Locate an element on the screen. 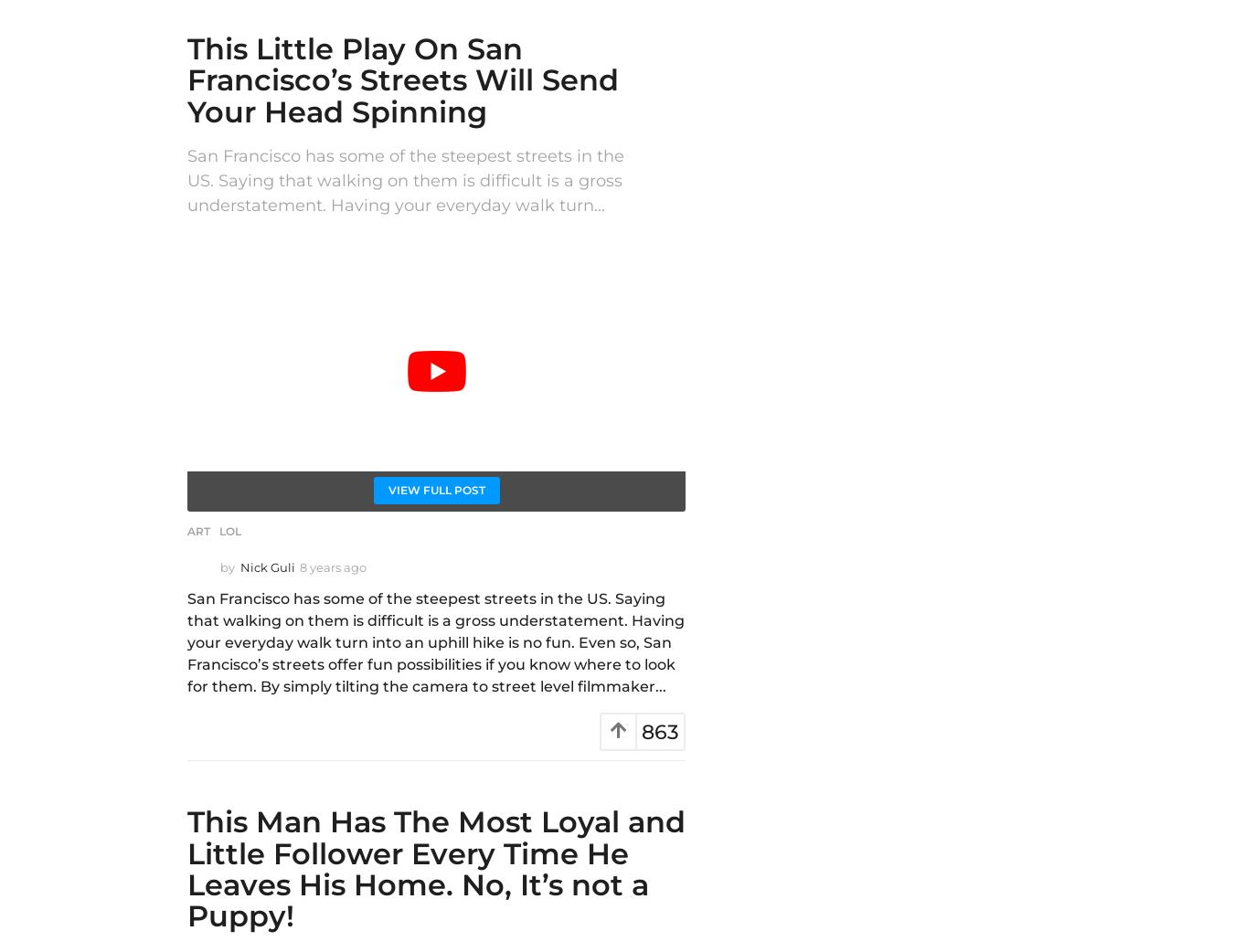 Image resolution: width=1234 pixels, height=952 pixels. '8 years ago' is located at coordinates (333, 567).